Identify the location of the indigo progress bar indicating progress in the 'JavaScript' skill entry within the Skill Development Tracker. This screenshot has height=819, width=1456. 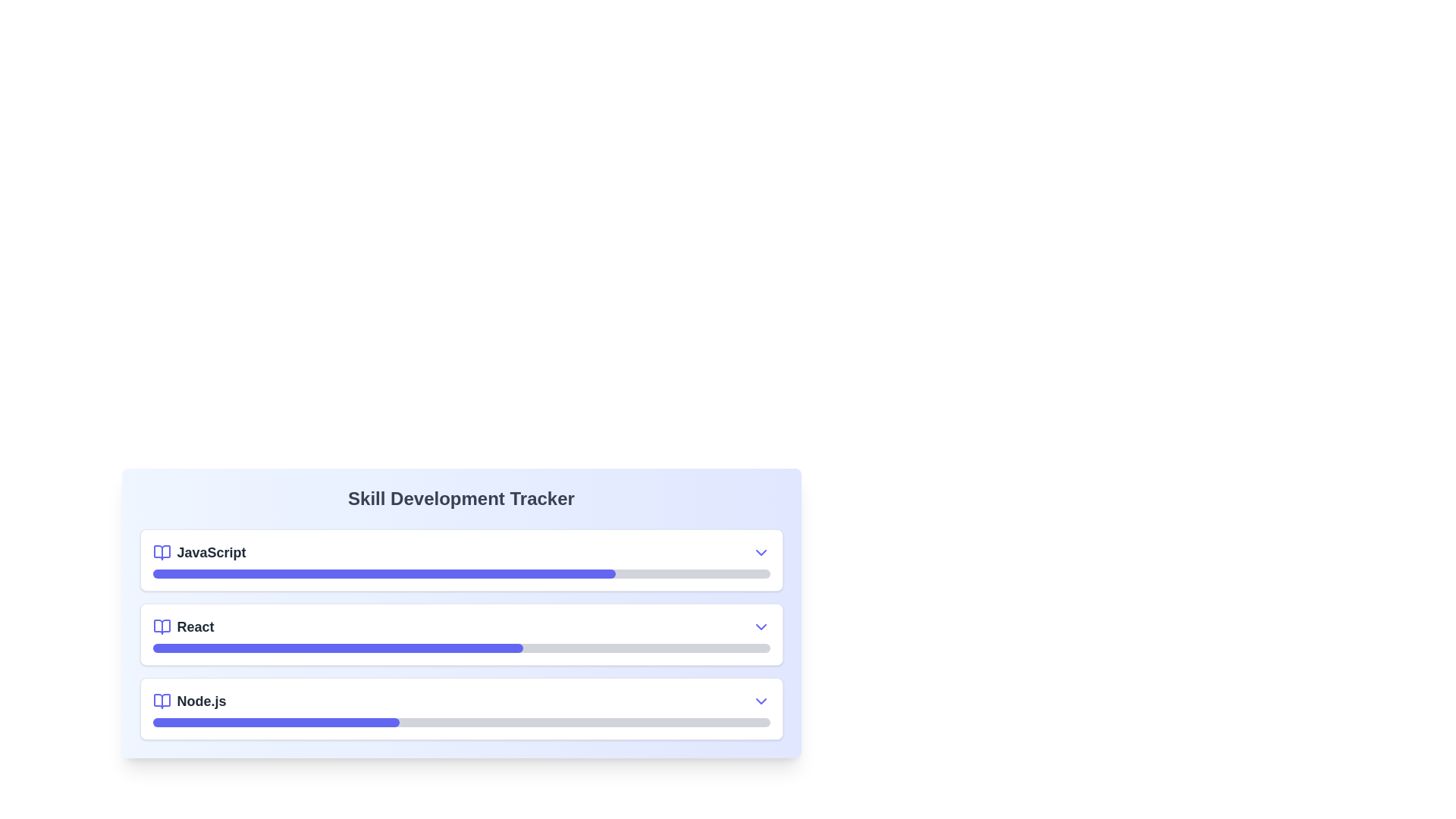
(384, 573).